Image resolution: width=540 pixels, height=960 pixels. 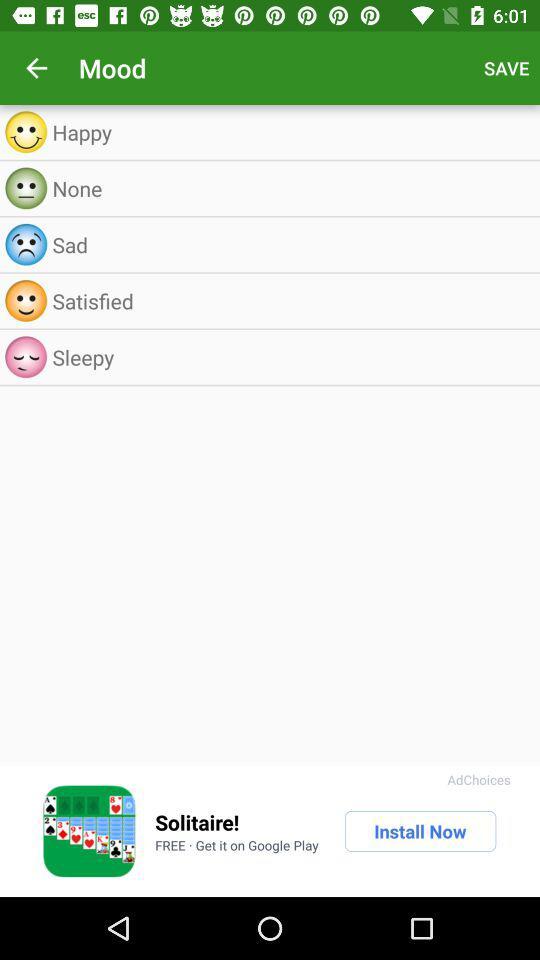 What do you see at coordinates (88, 831) in the screenshot?
I see `by clicking this icon you will be directed to install the solitaire app` at bounding box center [88, 831].